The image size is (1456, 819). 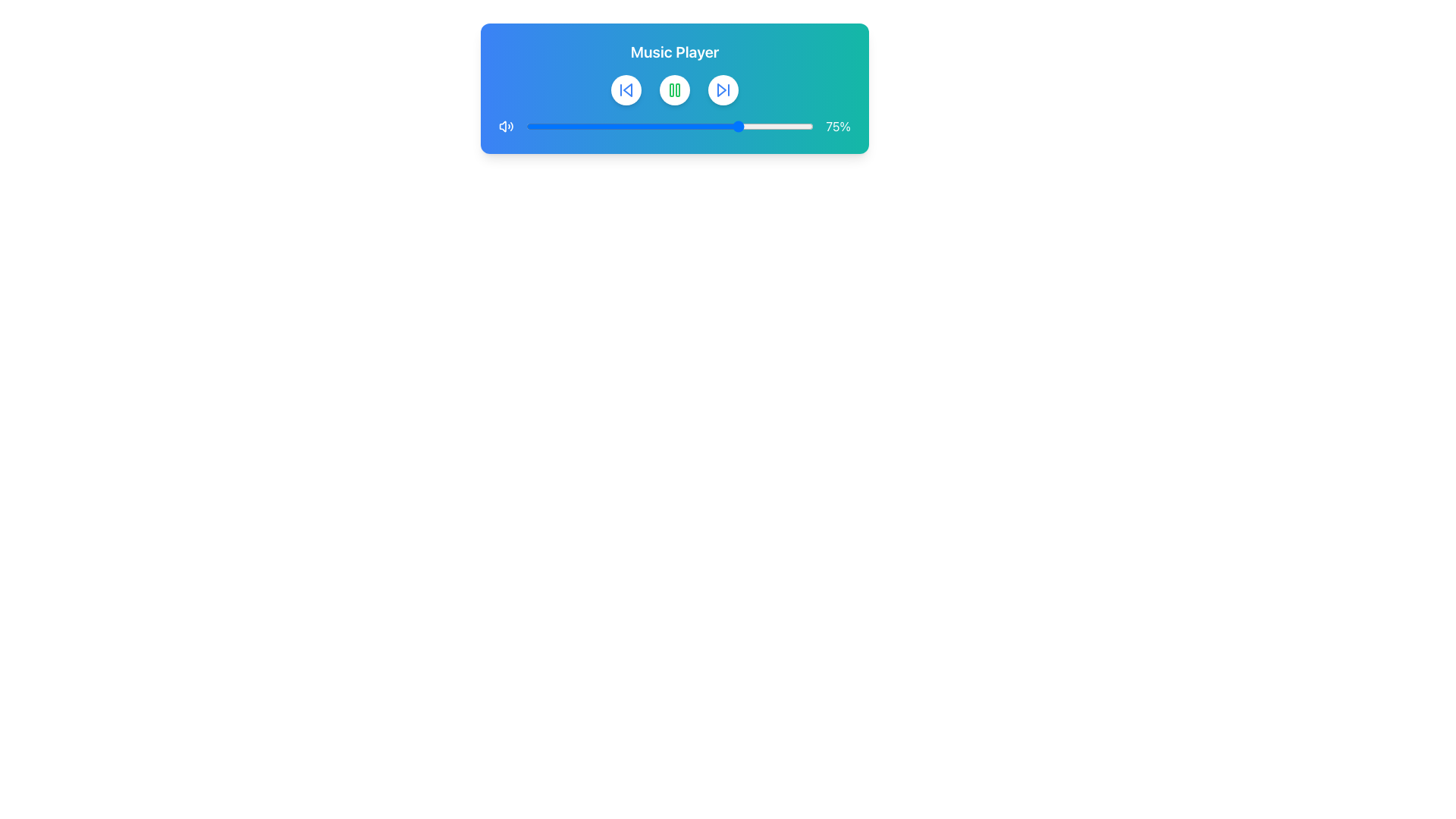 I want to click on the play/pause toggle button in the music player interface, so click(x=673, y=90).